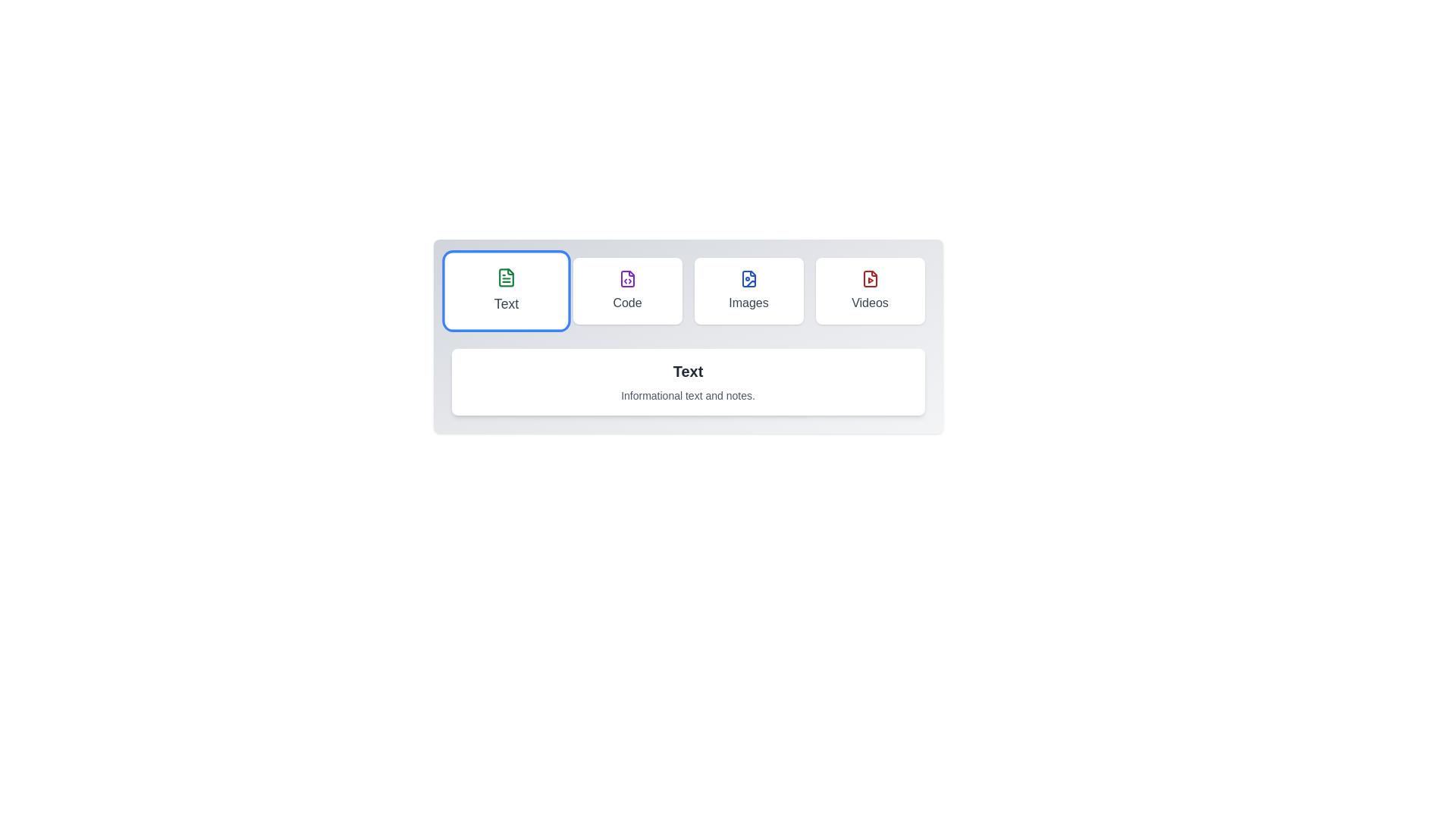  I want to click on the Code tab by clicking on it, so click(627, 291).